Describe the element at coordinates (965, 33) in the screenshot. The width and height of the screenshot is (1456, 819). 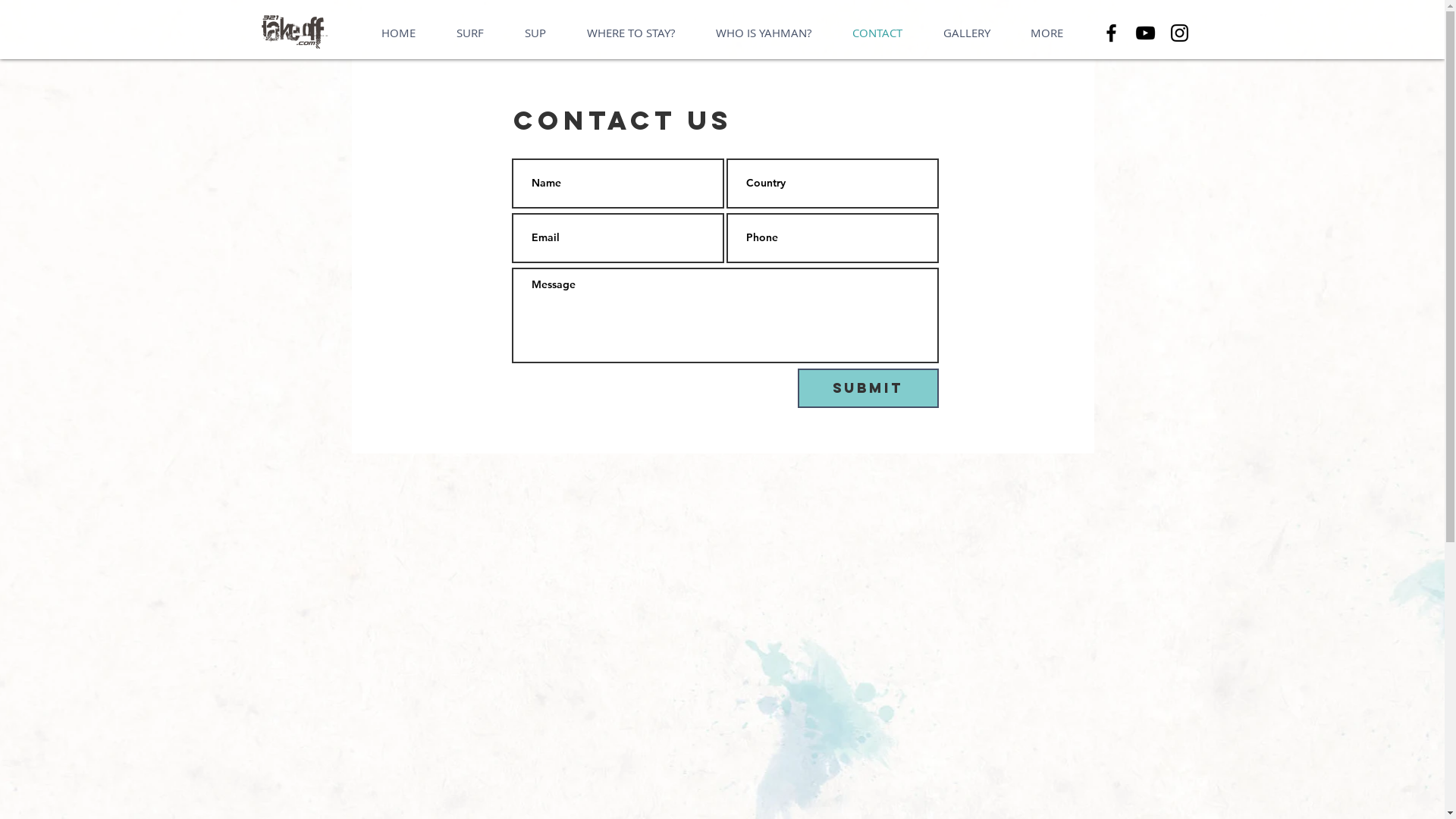
I see `'GALLERY'` at that location.